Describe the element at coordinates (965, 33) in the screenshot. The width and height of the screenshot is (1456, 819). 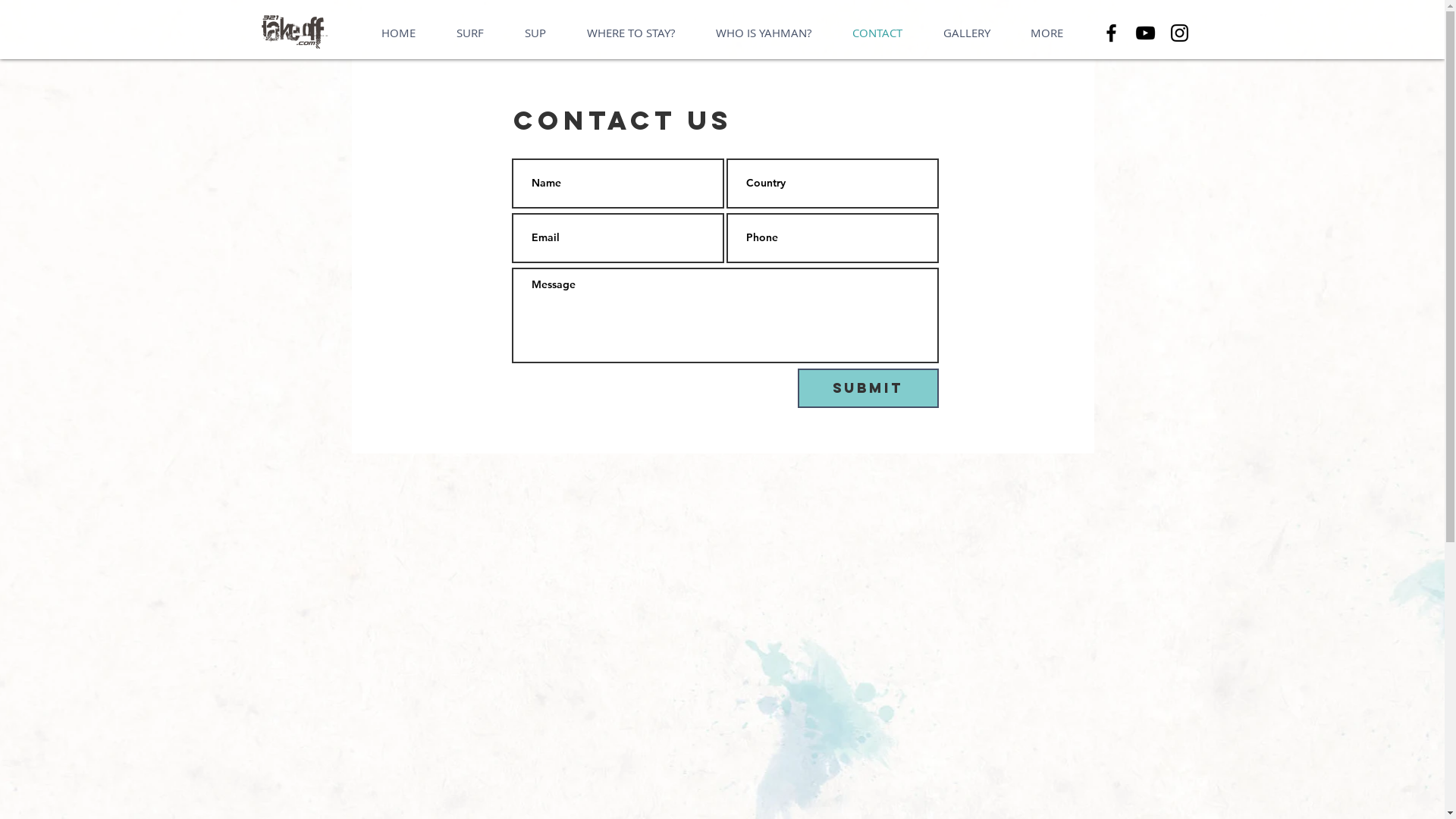
I see `'GALLERY'` at that location.